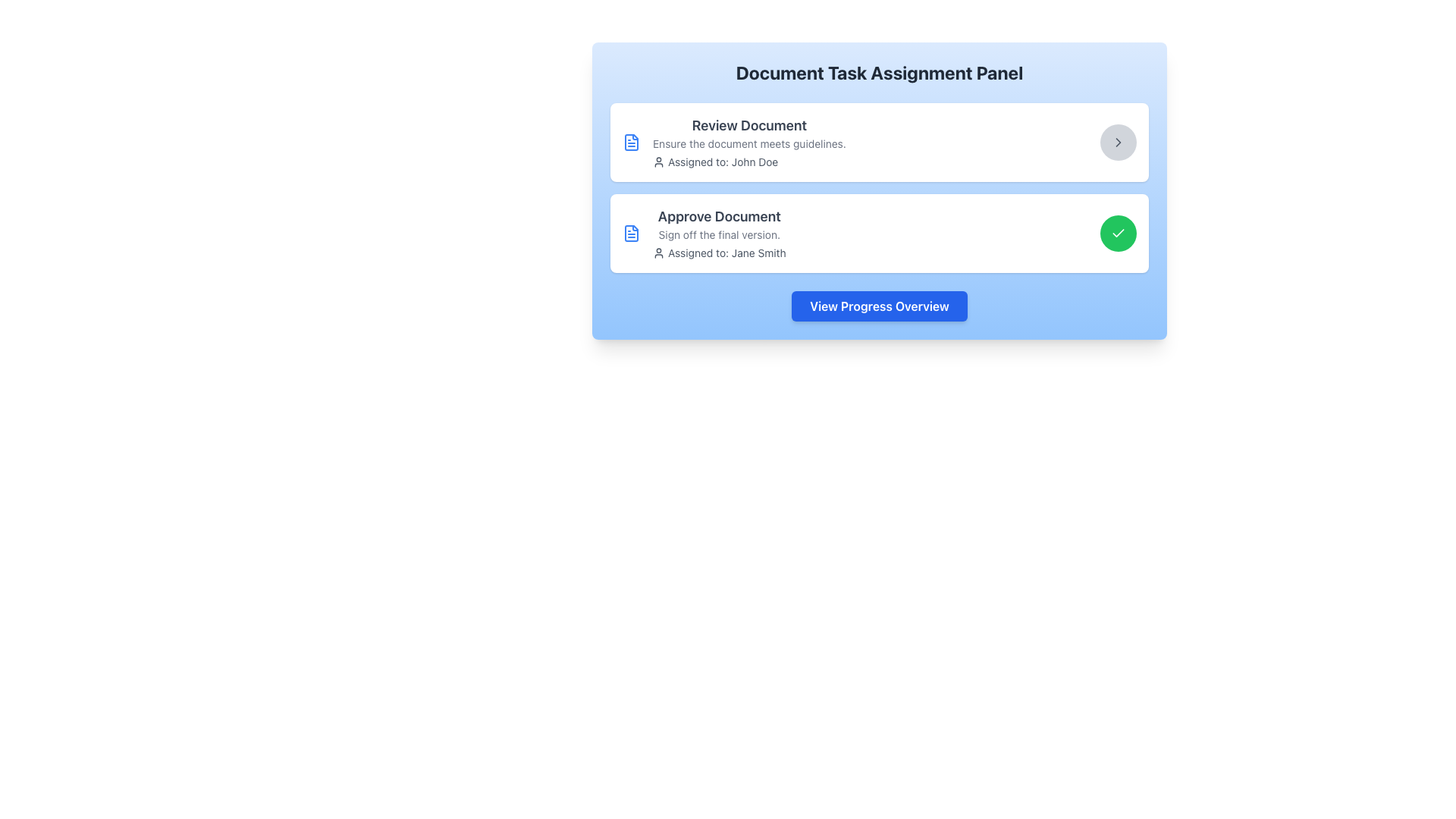 The image size is (1456, 819). Describe the element at coordinates (1118, 233) in the screenshot. I see `the checkmark icon within the green circular background on the right side of the 'Approve Document' task card` at that location.